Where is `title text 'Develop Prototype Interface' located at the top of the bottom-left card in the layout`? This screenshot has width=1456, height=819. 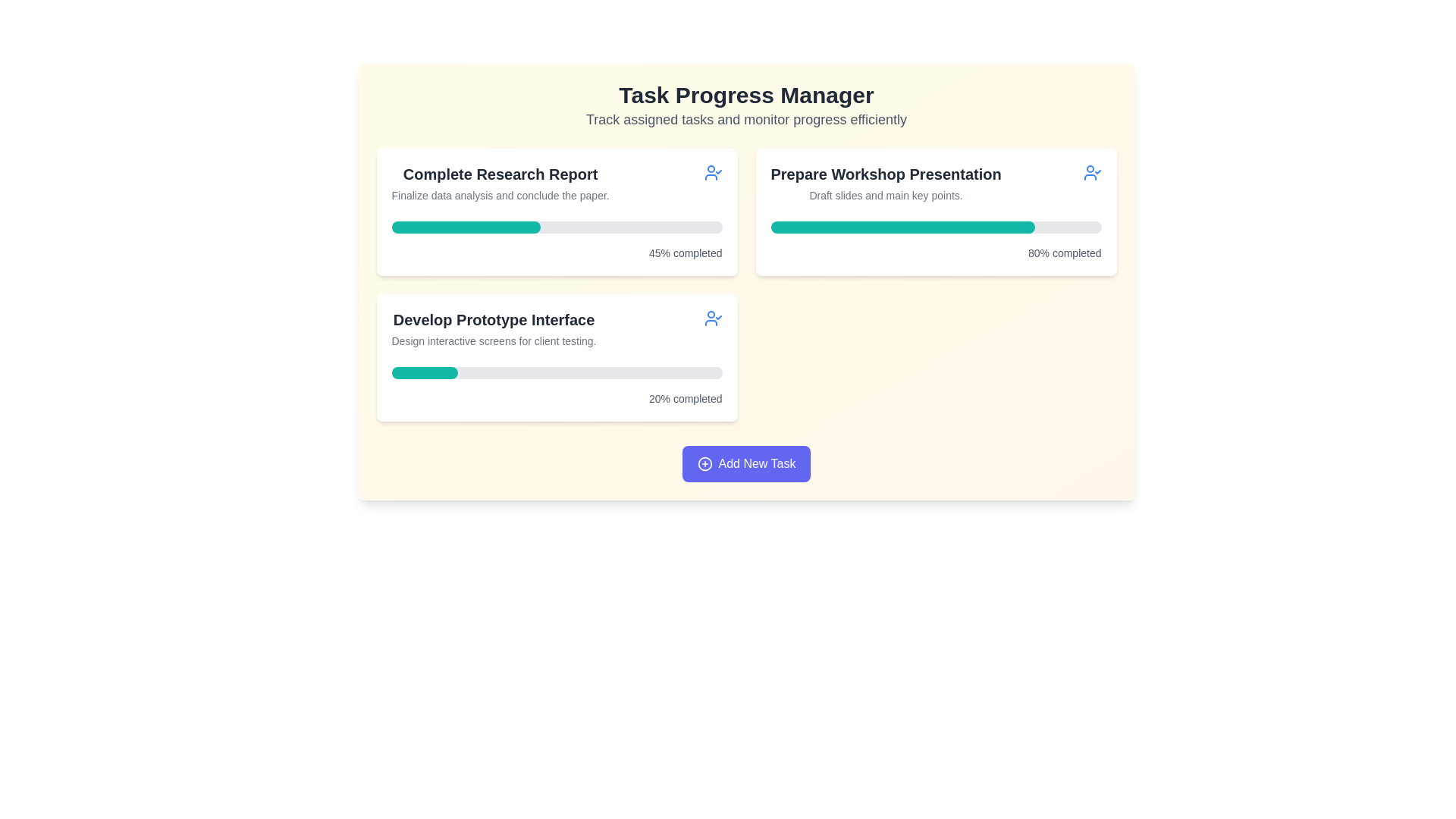
title text 'Develop Prototype Interface' located at the top of the bottom-left card in the layout is located at coordinates (494, 318).